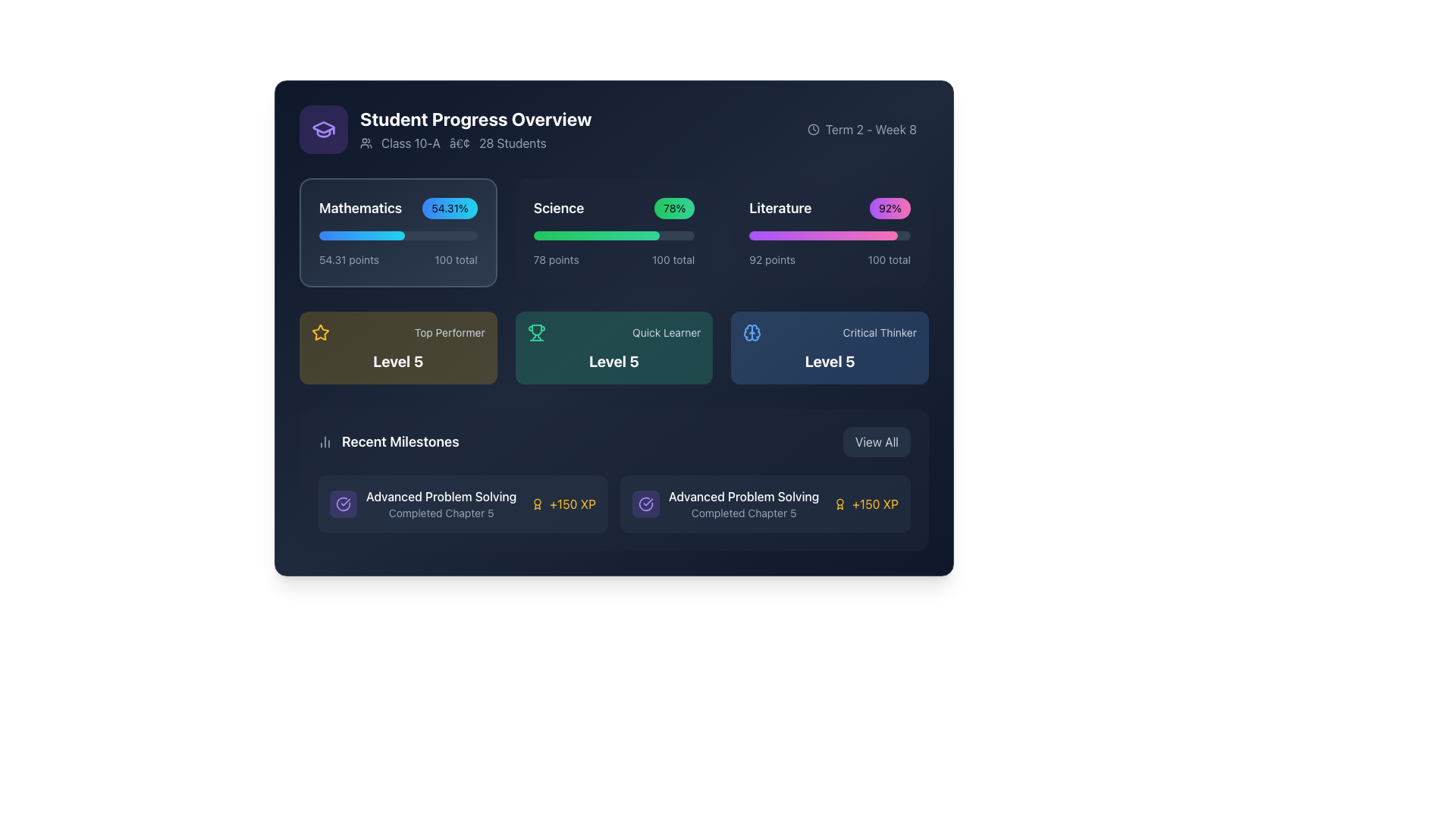 Image resolution: width=1456 pixels, height=819 pixels. What do you see at coordinates (398, 362) in the screenshot?
I see `the text block displaying 'Level 5' in bold, extra-large white font, which is located in the lower section of the 'Top Performer' card` at bounding box center [398, 362].